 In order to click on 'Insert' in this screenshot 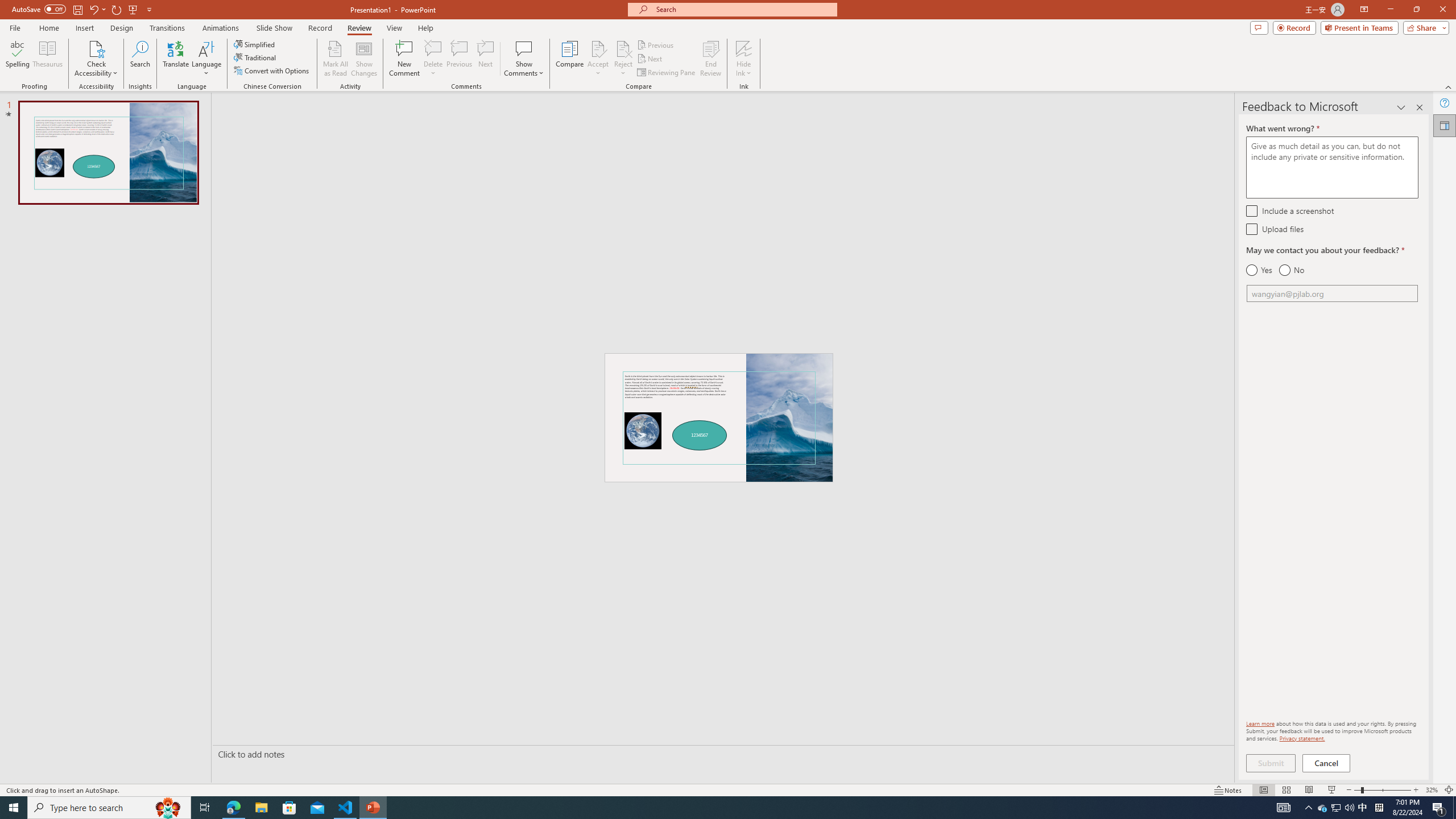, I will do `click(84, 28)`.